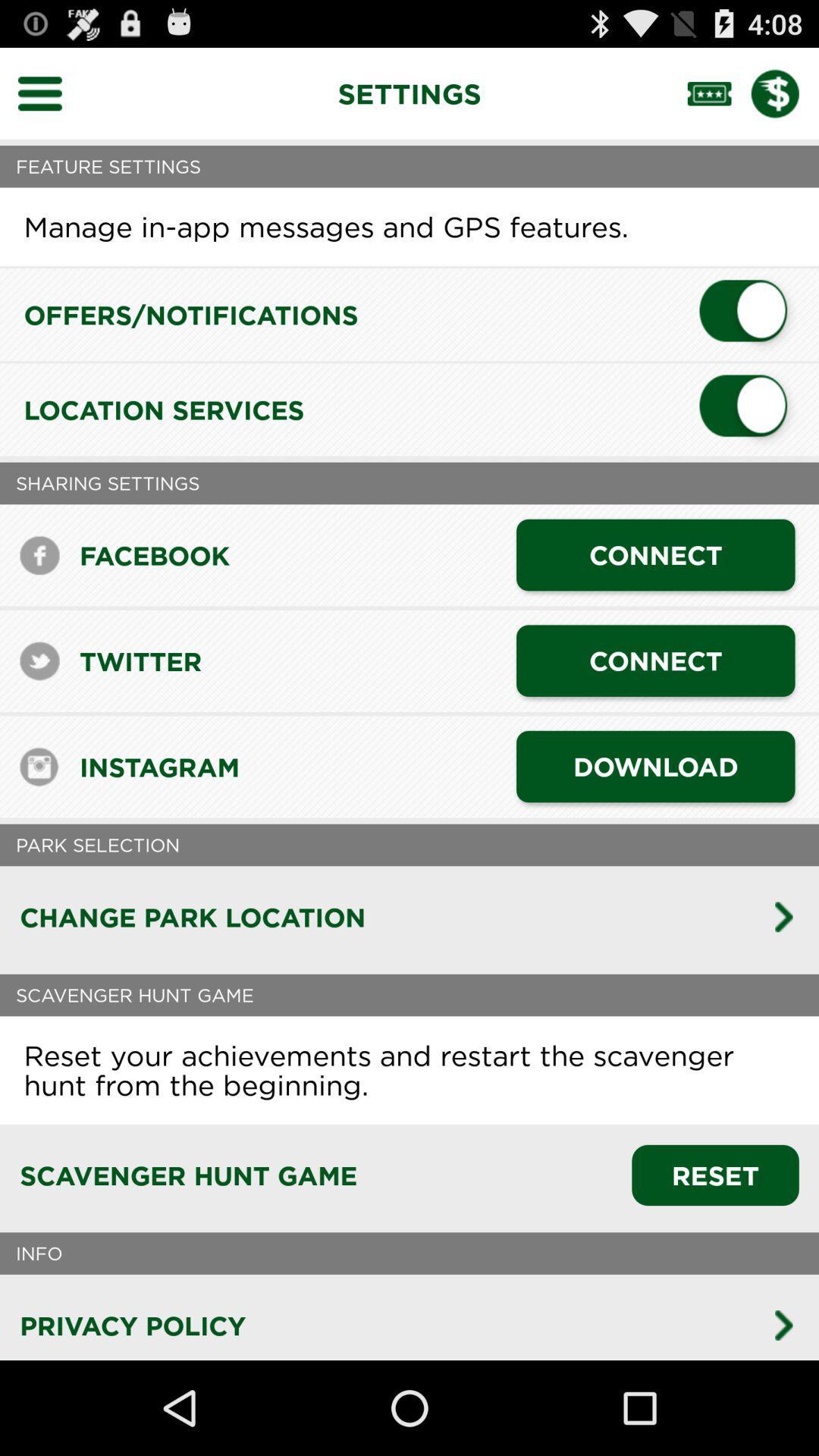 The image size is (819, 1456). Describe the element at coordinates (654, 661) in the screenshot. I see `connect present next to twitter` at that location.